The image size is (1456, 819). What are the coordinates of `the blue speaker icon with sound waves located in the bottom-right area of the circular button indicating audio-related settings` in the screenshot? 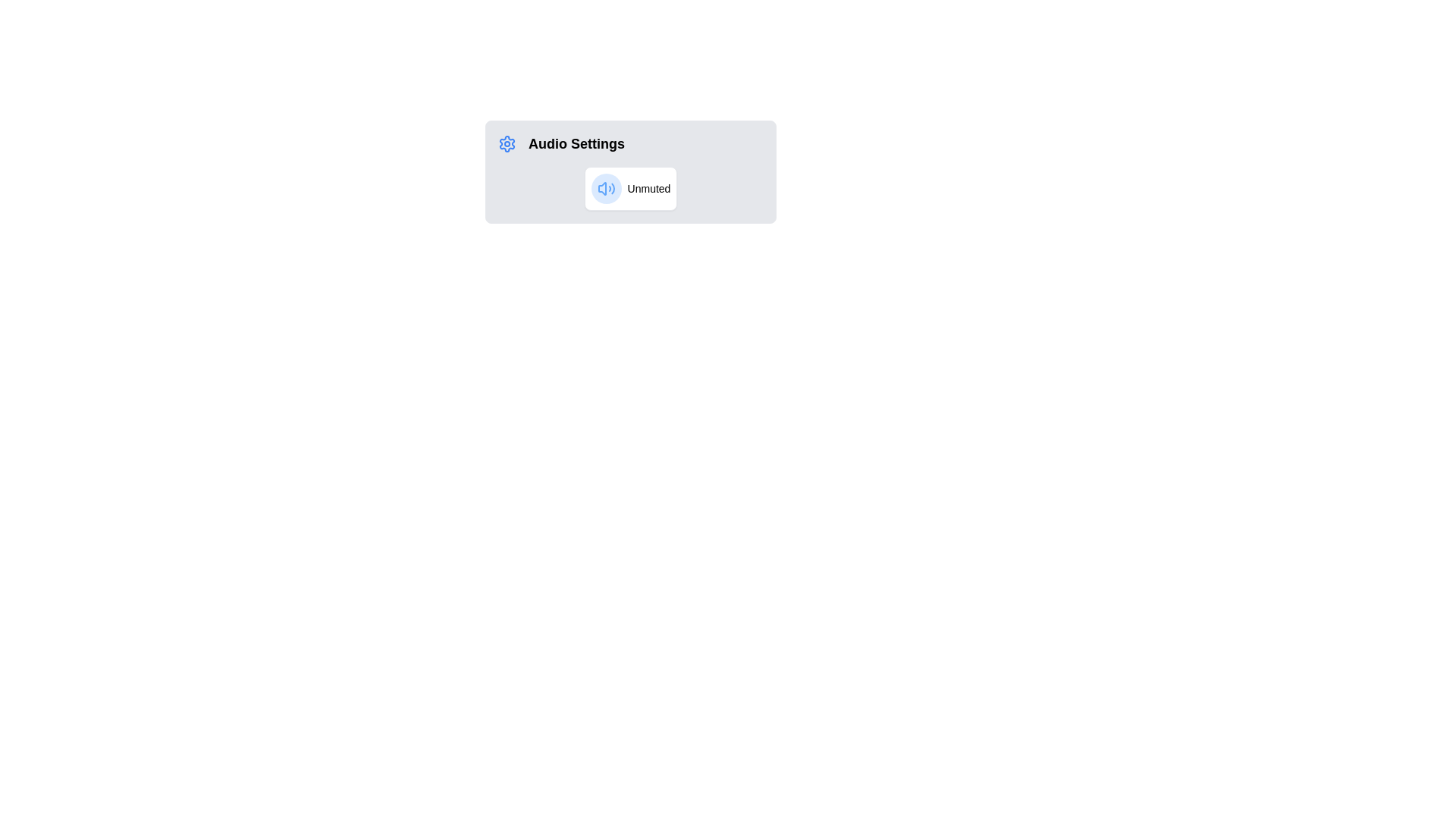 It's located at (605, 188).